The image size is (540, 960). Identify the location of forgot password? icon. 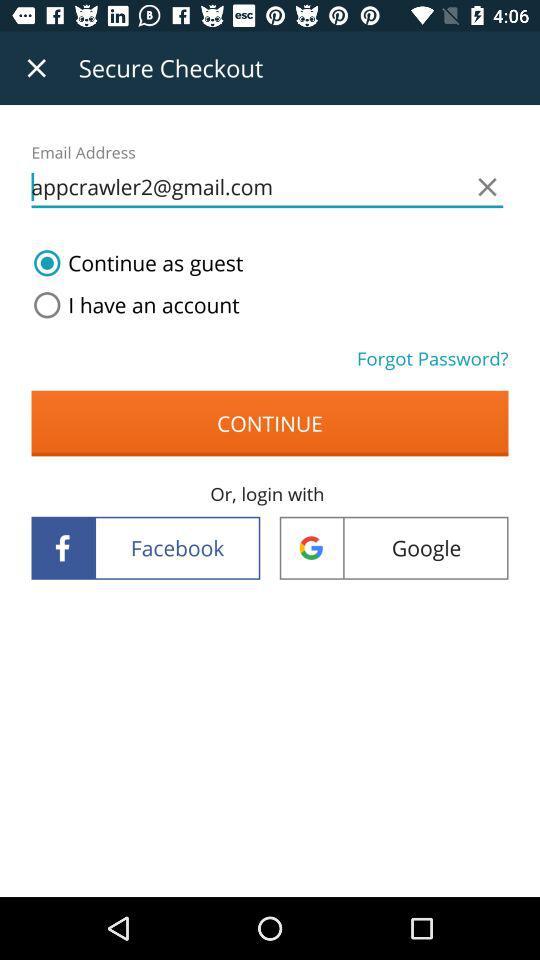
(431, 358).